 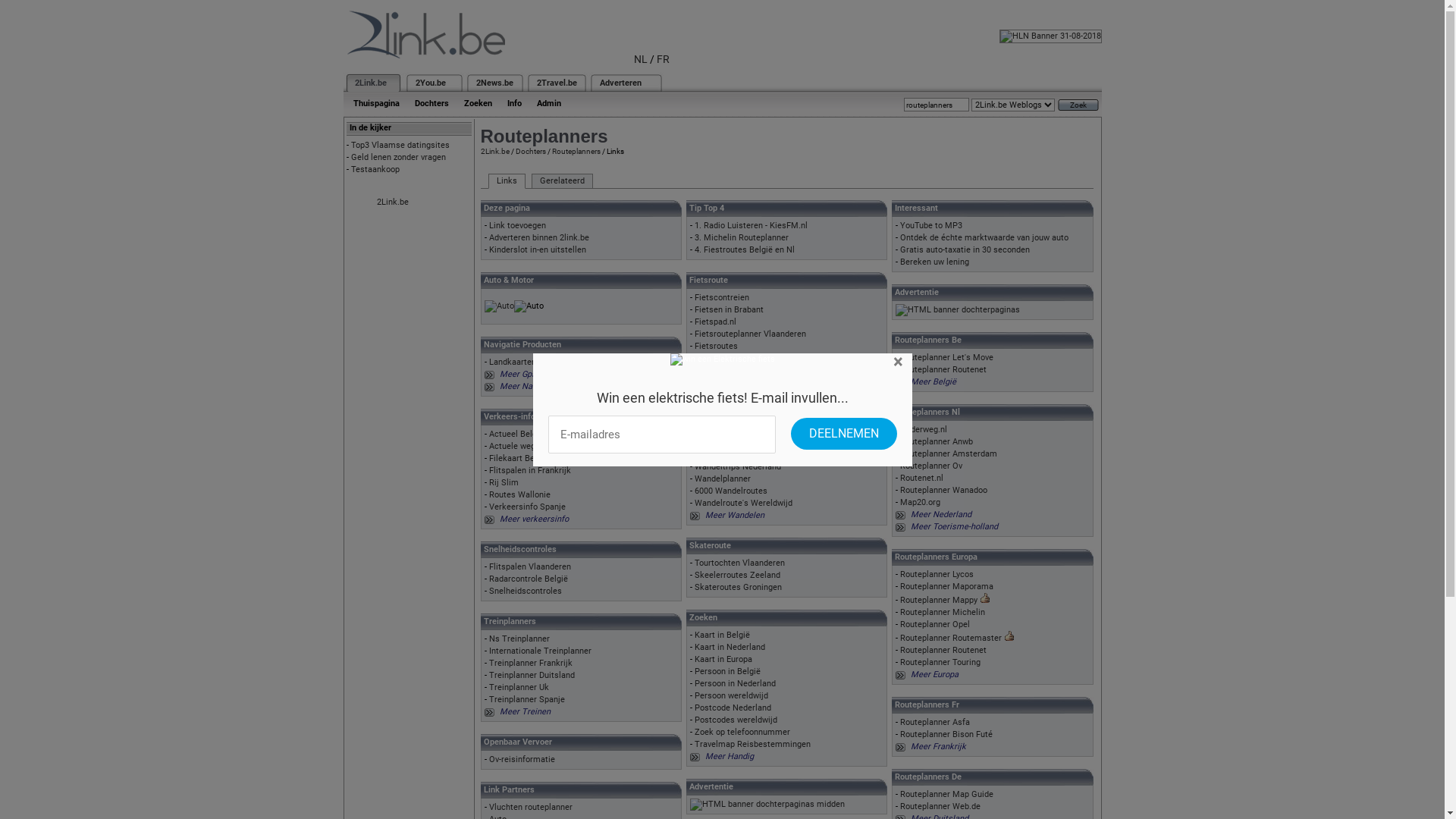 What do you see at coordinates (946, 585) in the screenshot?
I see `'Routeplanner Maporama'` at bounding box center [946, 585].